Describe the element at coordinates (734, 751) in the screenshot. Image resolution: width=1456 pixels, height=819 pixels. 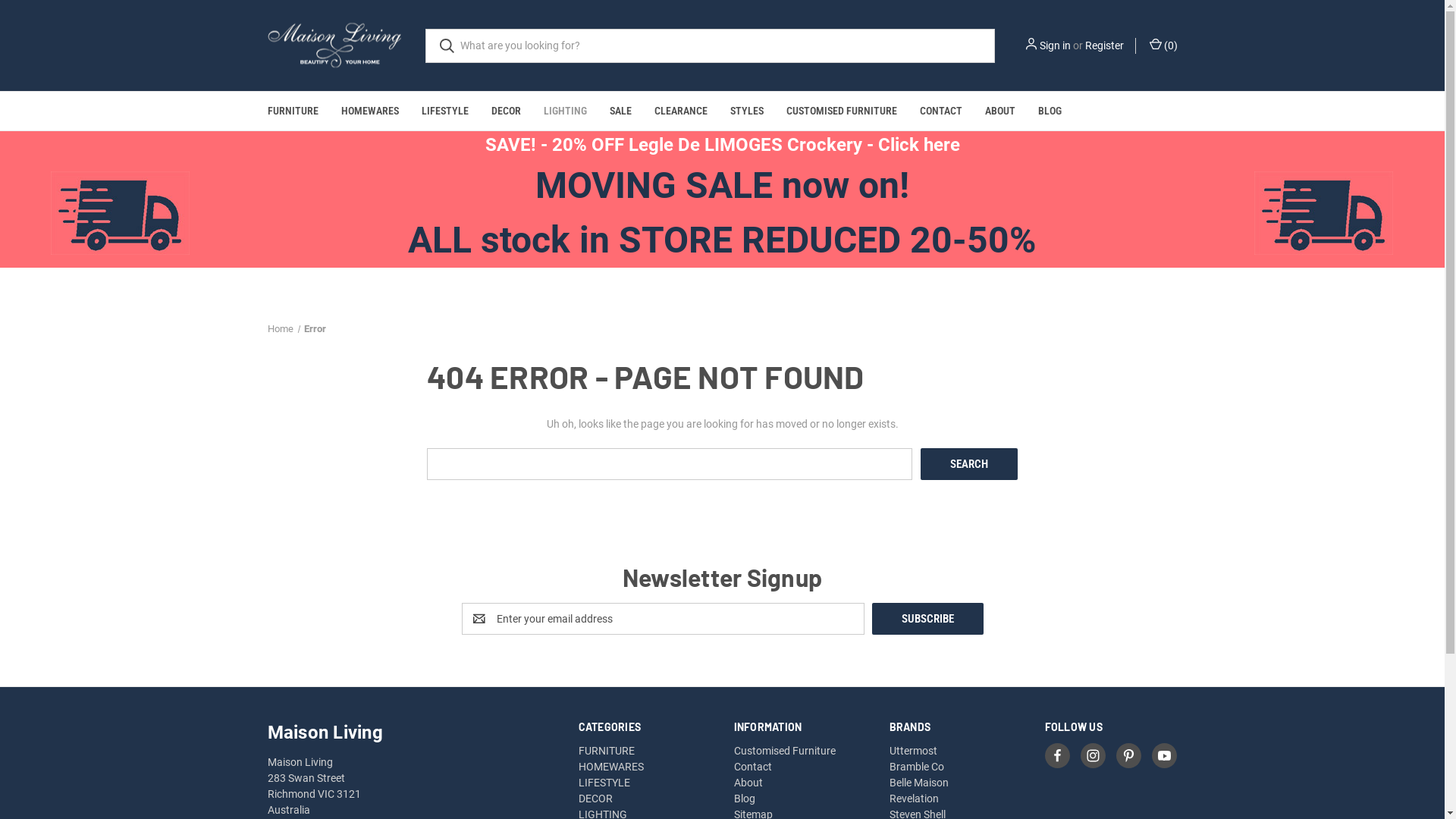
I see `'Customised Furniture'` at that location.